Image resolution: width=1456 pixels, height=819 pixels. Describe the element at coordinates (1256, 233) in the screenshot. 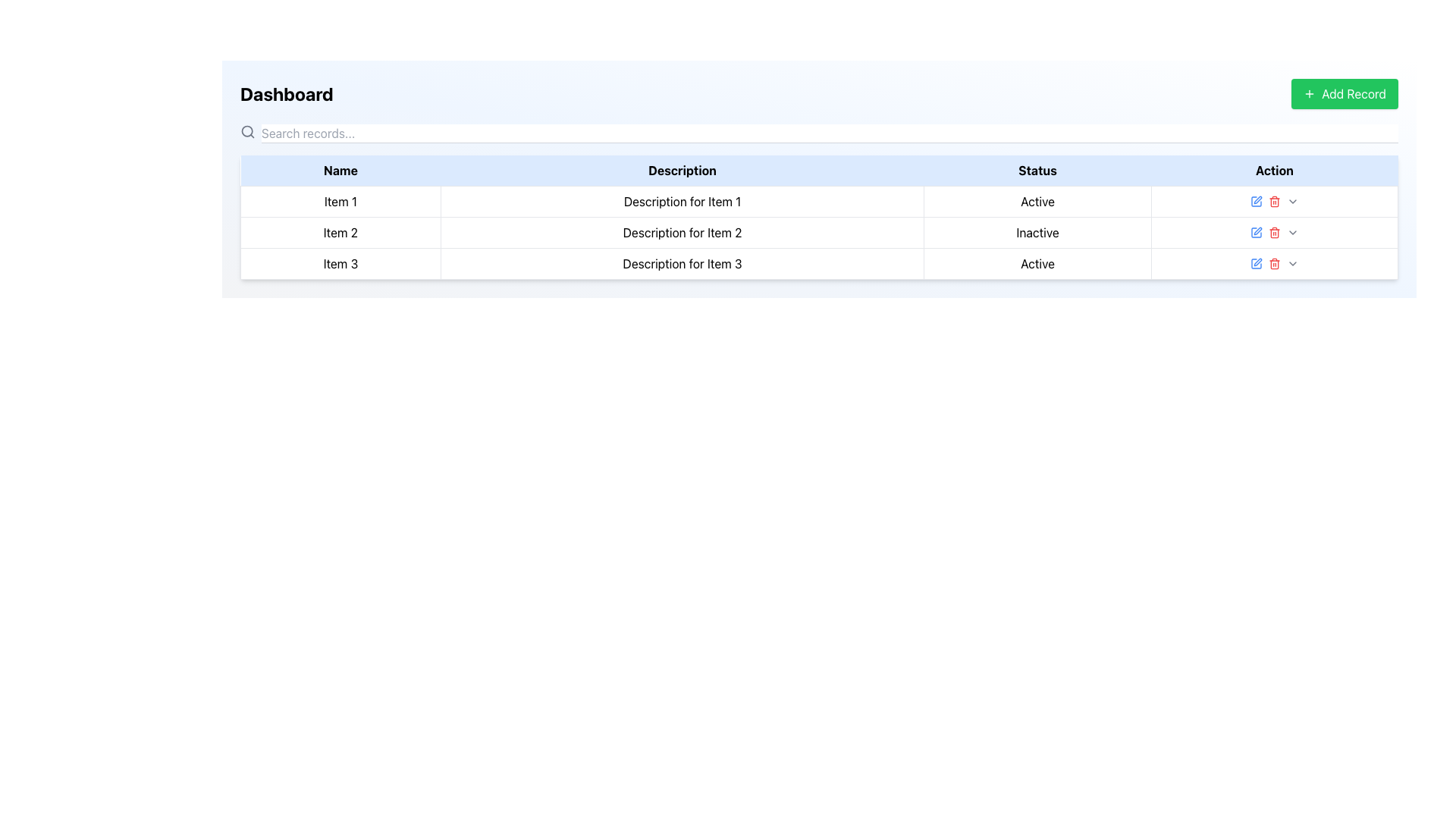

I see `the icon representing document functionality located in the 'Action' column for the second row of the table` at that location.